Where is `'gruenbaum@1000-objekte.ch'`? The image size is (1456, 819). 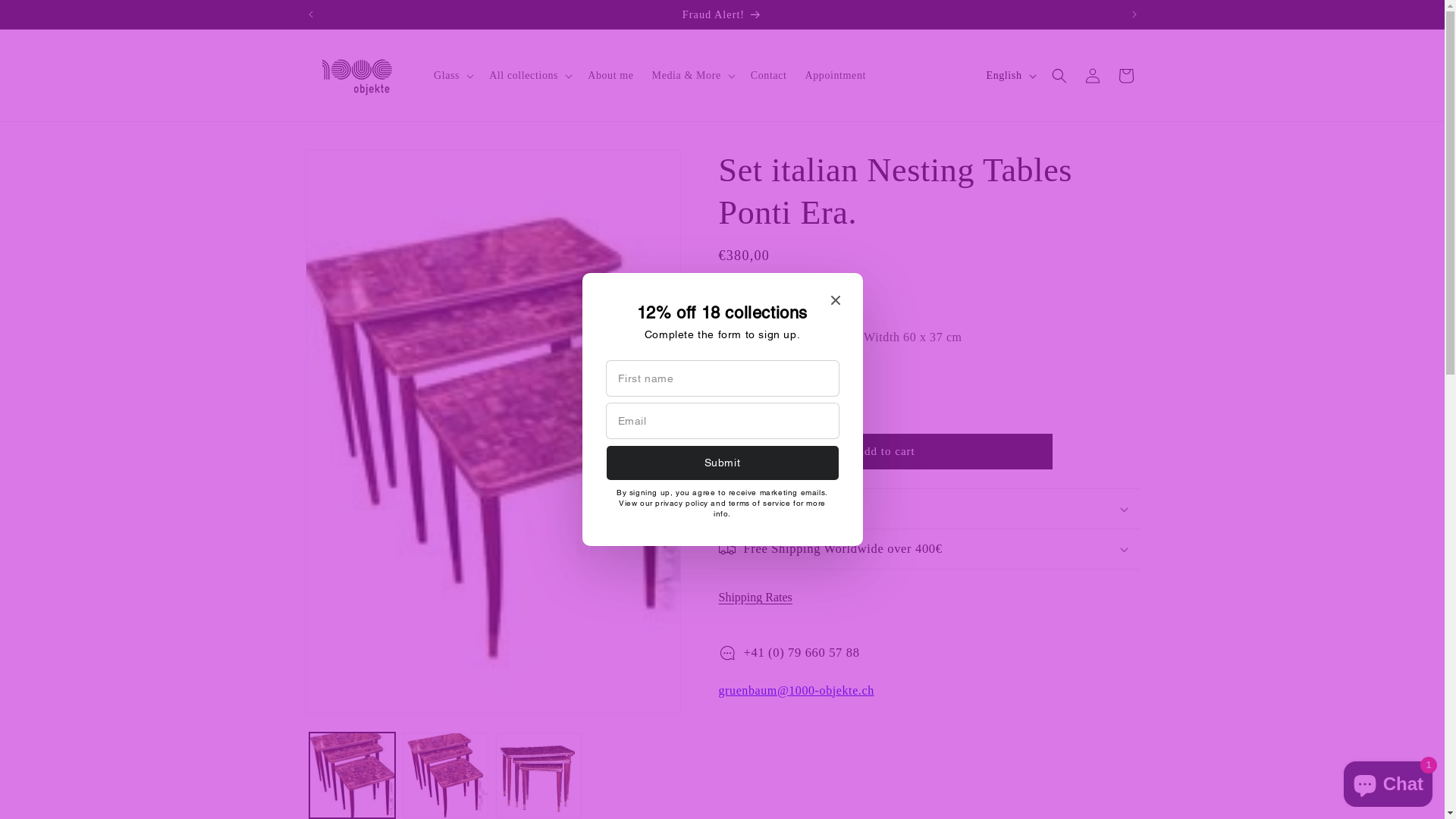
'gruenbaum@1000-objekte.ch' is located at coordinates (795, 690).